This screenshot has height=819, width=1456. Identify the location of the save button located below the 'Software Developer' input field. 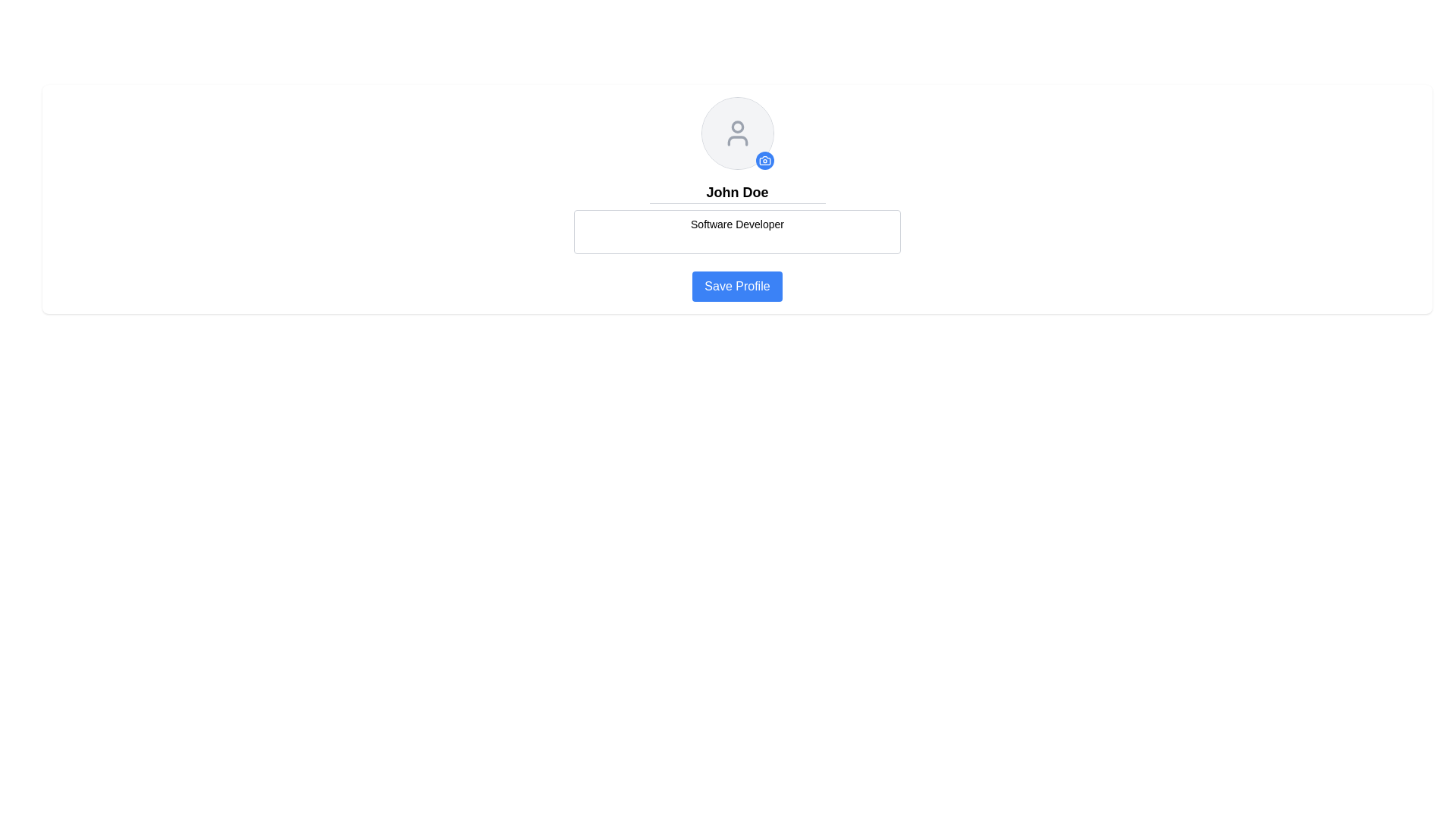
(737, 287).